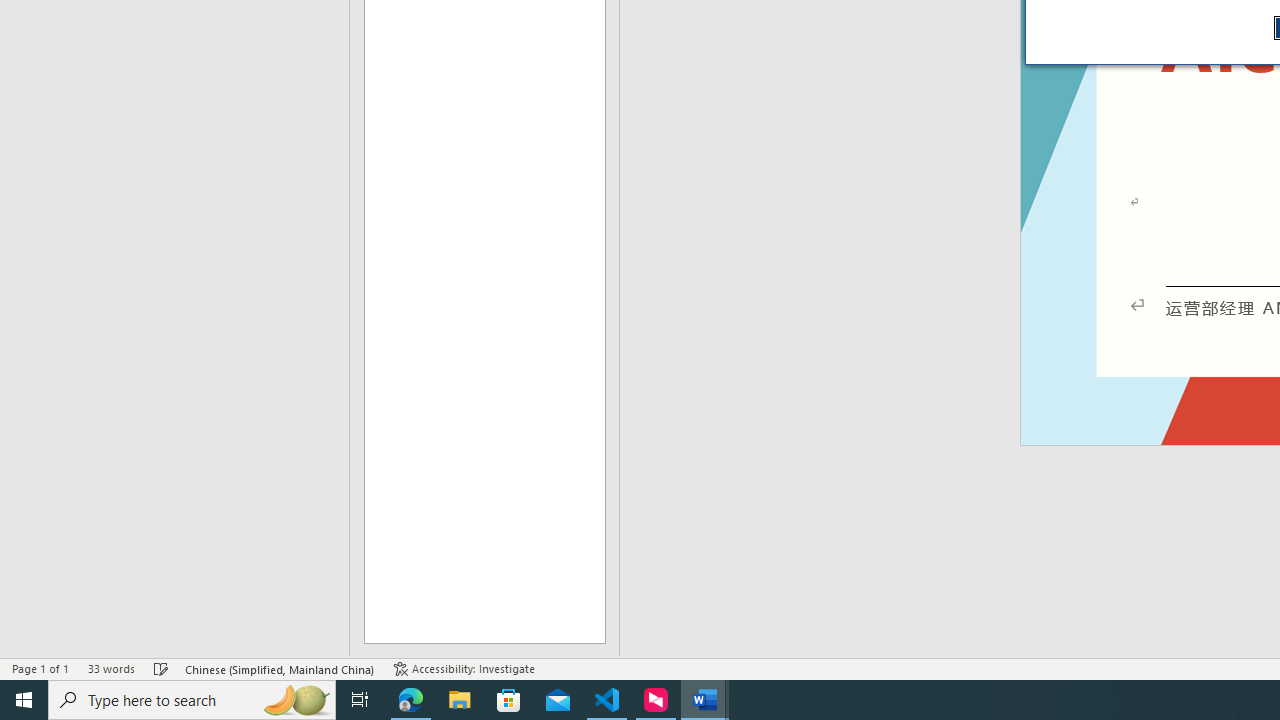  I want to click on 'Type here to search', so click(192, 698).